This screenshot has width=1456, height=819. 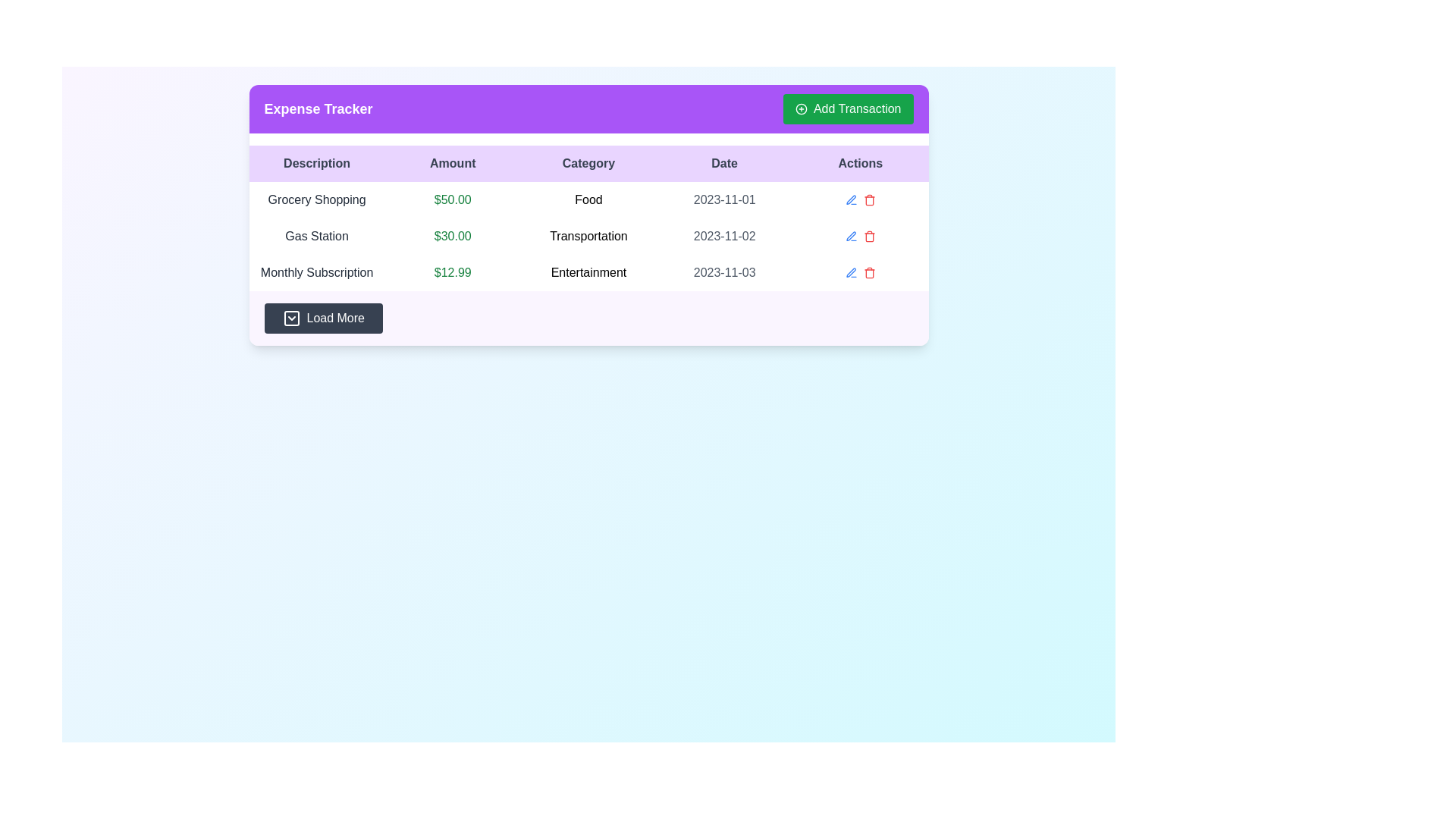 I want to click on the delete button located in the 'Actions' column of the second table entry in the 'Expense Tracker' interface, so click(x=869, y=199).